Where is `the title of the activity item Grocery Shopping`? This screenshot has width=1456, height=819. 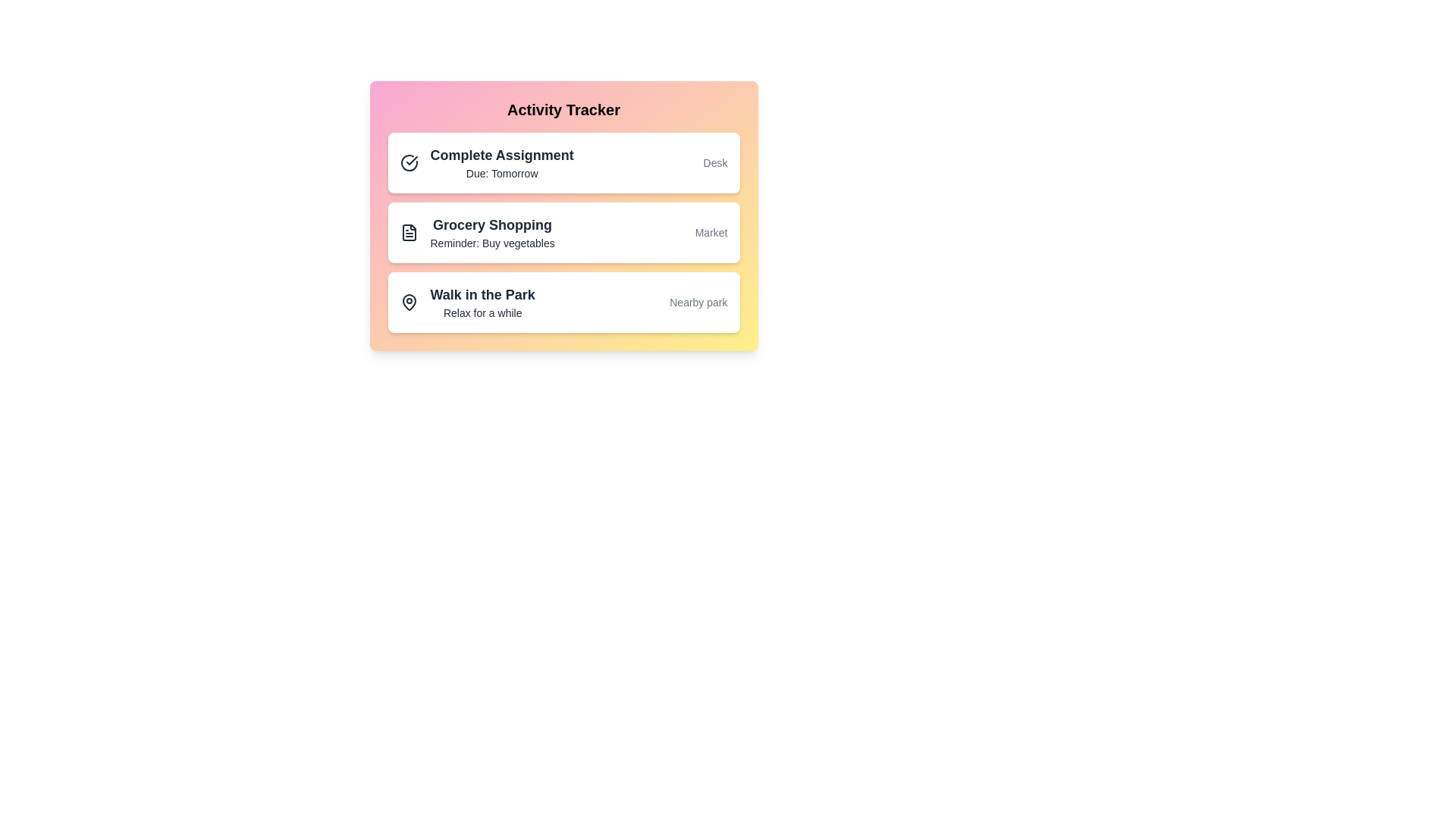
the title of the activity item Grocery Shopping is located at coordinates (492, 225).